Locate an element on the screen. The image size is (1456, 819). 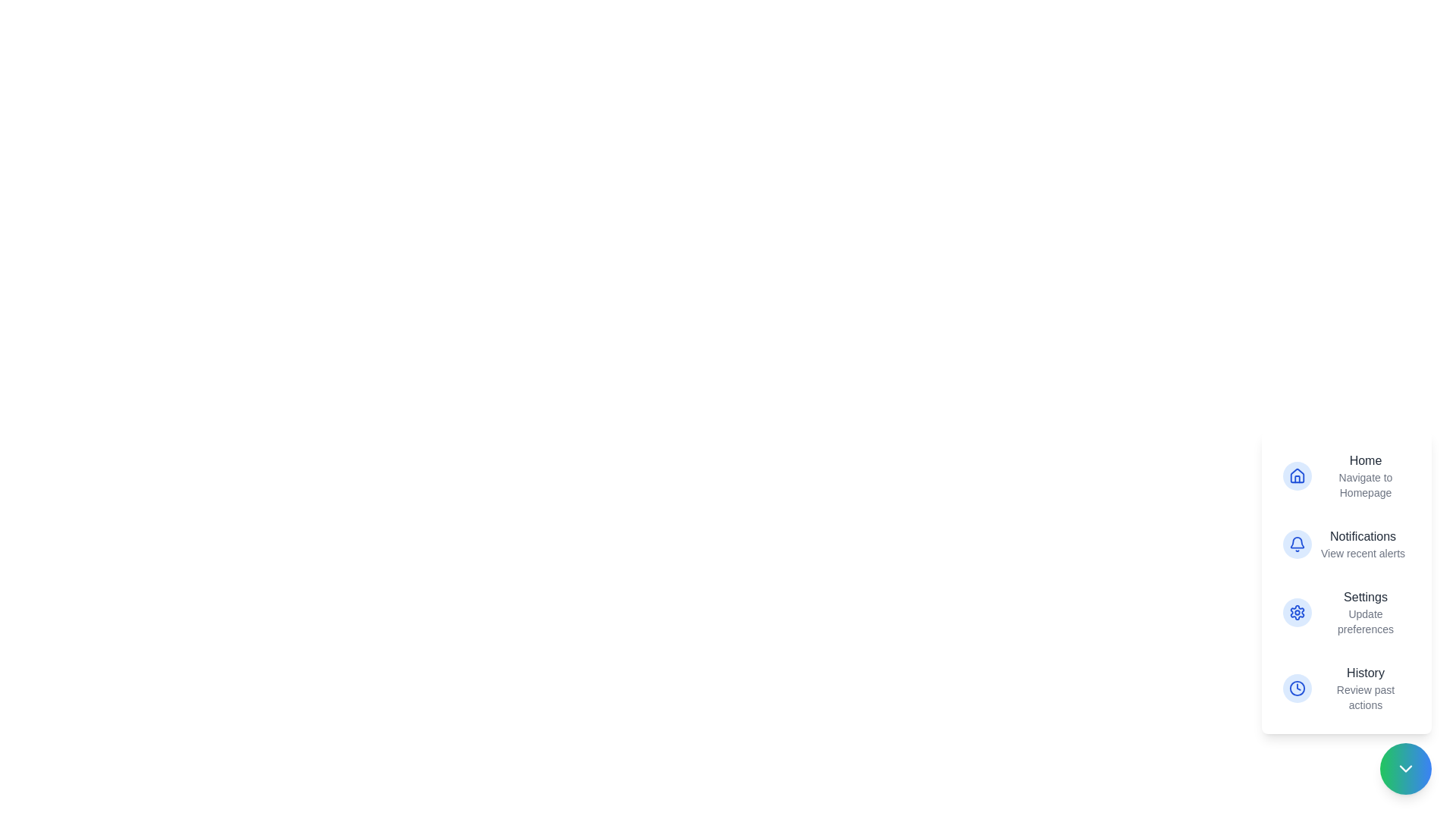
the action item corresponding to History is located at coordinates (1347, 688).